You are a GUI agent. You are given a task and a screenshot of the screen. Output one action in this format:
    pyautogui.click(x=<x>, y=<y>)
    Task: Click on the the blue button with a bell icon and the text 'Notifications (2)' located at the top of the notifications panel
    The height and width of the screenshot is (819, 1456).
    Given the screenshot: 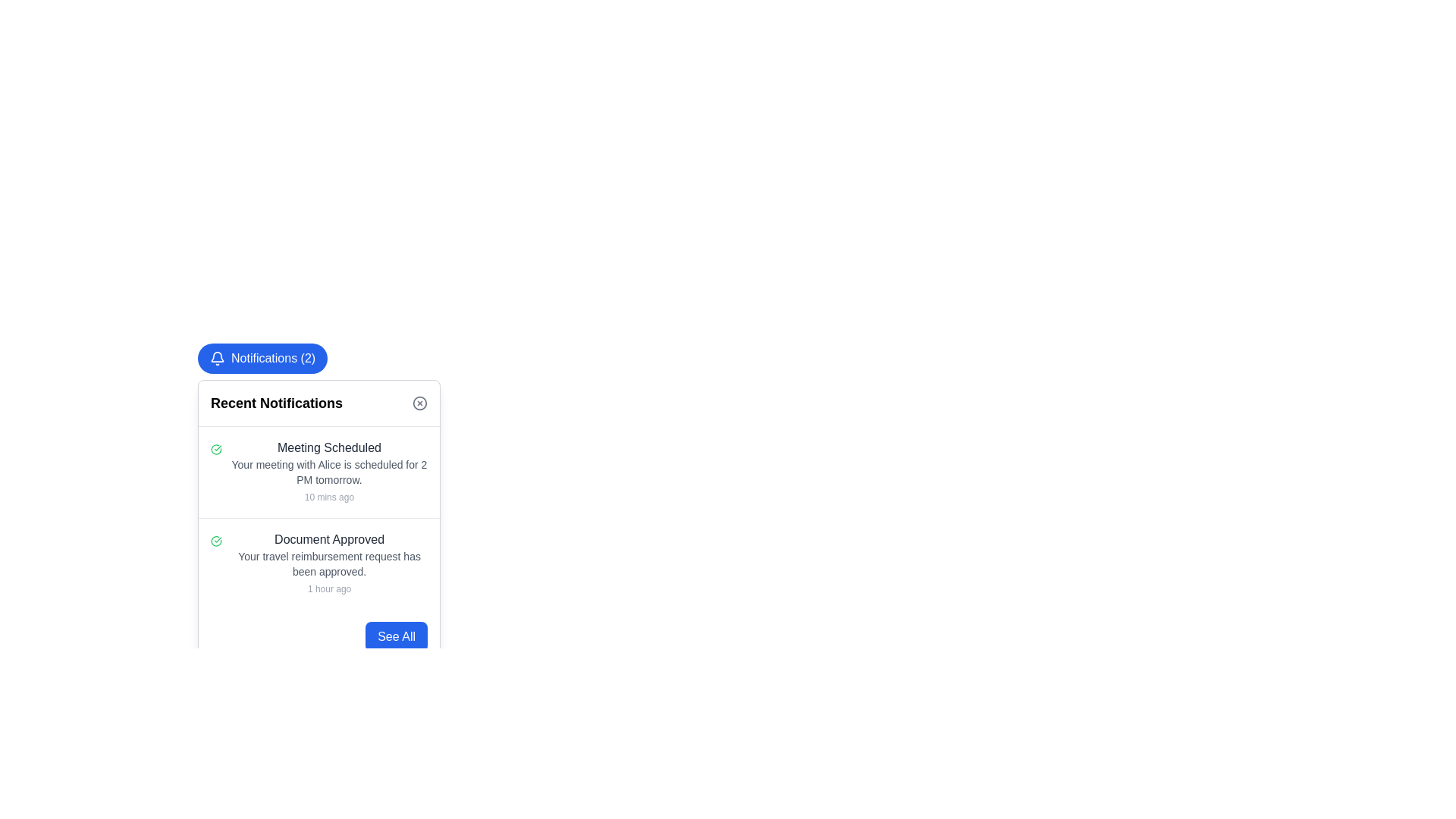 What is the action you would take?
    pyautogui.click(x=318, y=359)
    